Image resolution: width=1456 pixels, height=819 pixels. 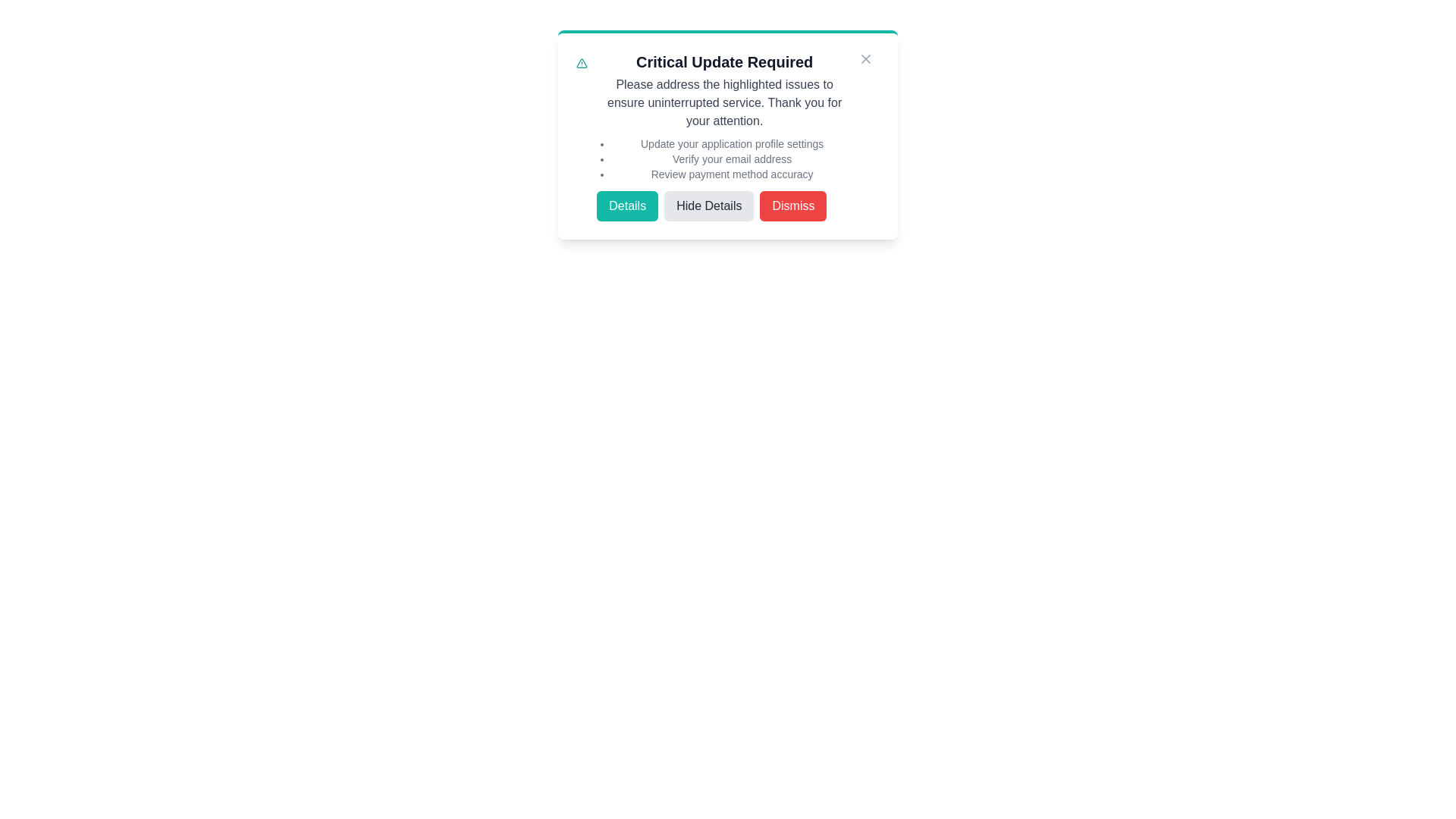 What do you see at coordinates (723, 206) in the screenshot?
I see `the rectangular button labeled 'Hide Details' with a light-gray background` at bounding box center [723, 206].